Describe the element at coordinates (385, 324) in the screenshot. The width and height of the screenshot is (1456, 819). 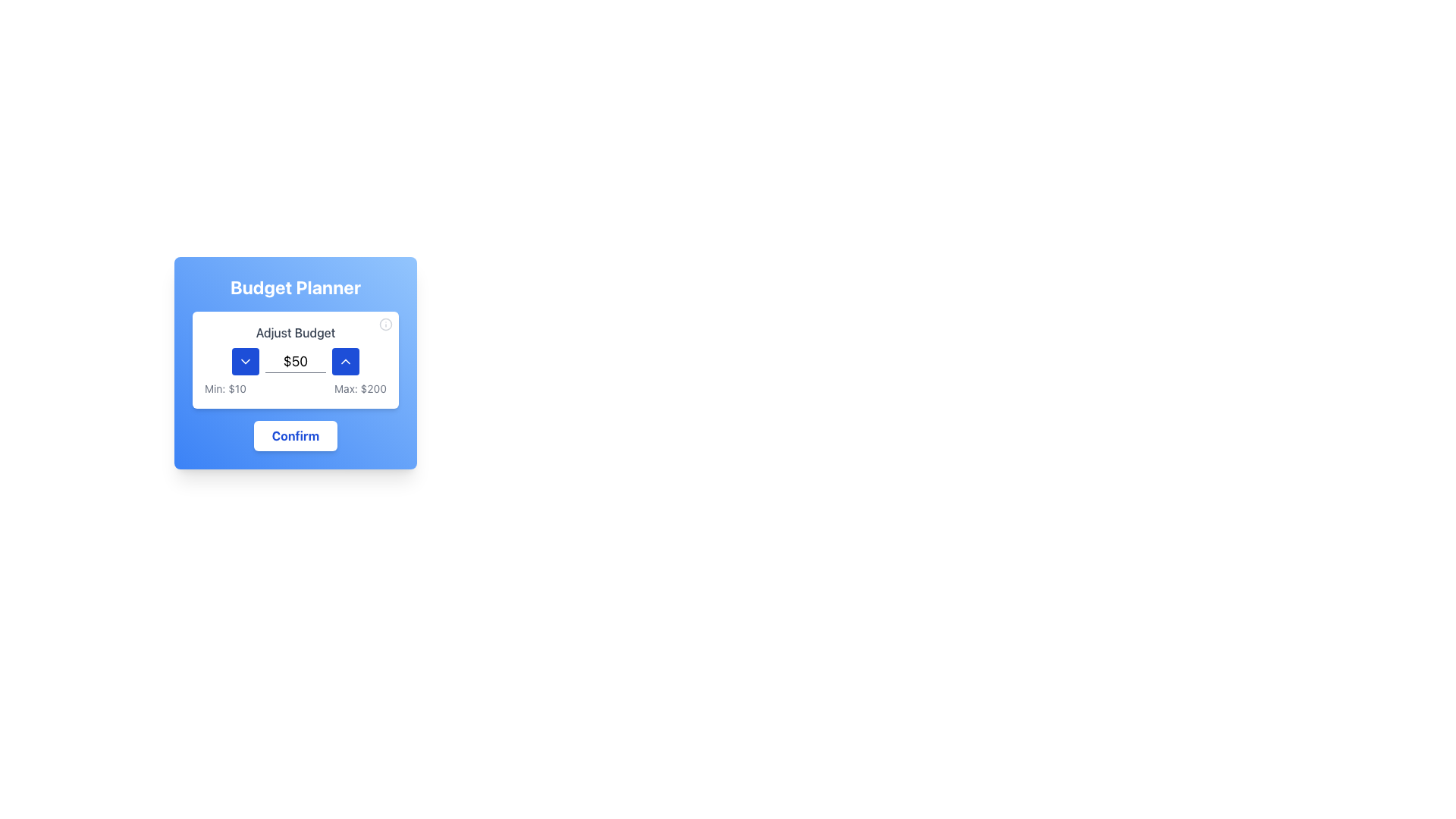
I see `the circular SVG element representing the outer boundary of the 'info' icon located in the upper-right section of the 'Budget Planner' dialog box` at that location.